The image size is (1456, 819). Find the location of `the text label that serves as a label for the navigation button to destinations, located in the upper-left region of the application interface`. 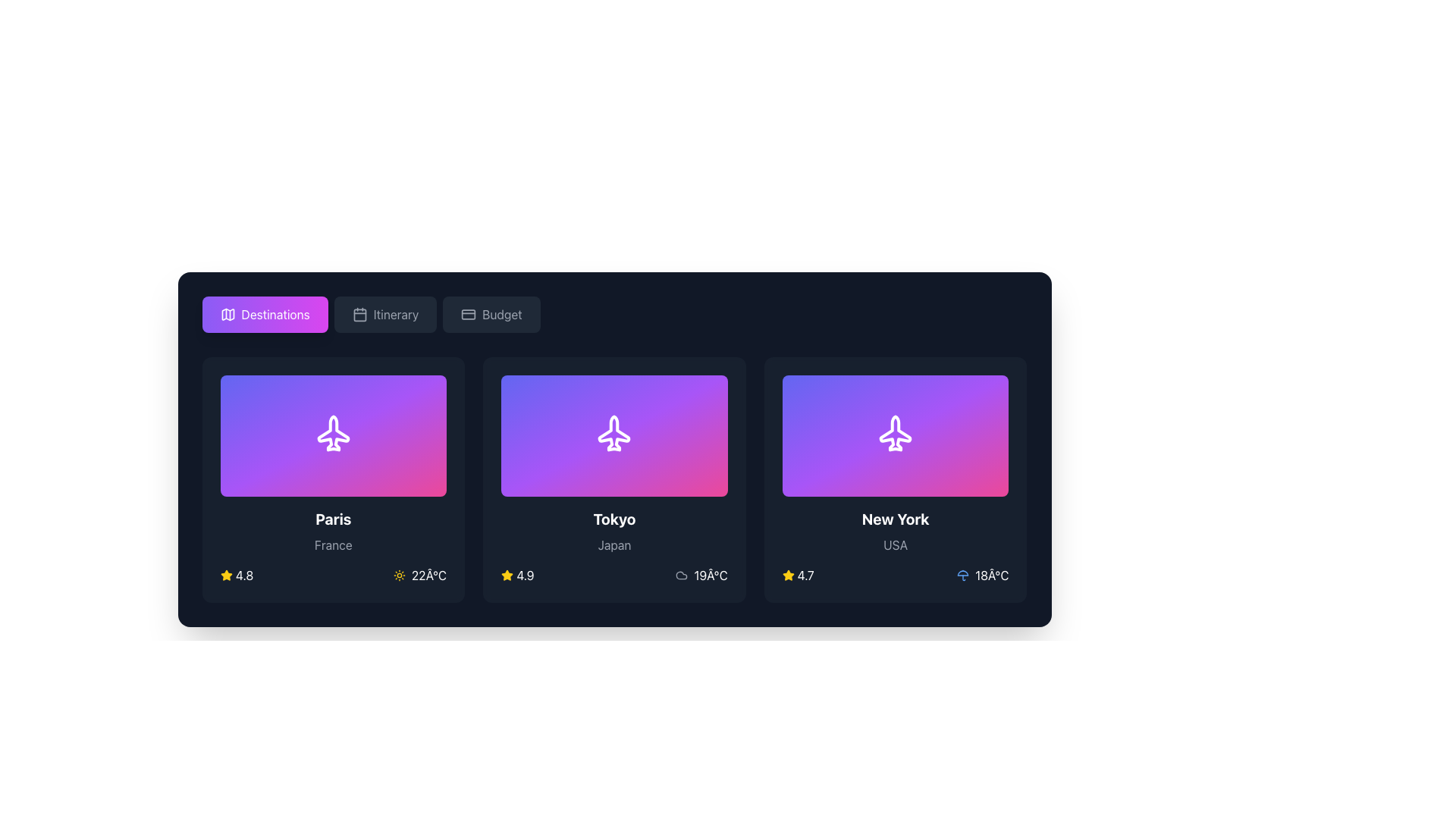

the text label that serves as a label for the navigation button to destinations, located in the upper-left region of the application interface is located at coordinates (275, 314).